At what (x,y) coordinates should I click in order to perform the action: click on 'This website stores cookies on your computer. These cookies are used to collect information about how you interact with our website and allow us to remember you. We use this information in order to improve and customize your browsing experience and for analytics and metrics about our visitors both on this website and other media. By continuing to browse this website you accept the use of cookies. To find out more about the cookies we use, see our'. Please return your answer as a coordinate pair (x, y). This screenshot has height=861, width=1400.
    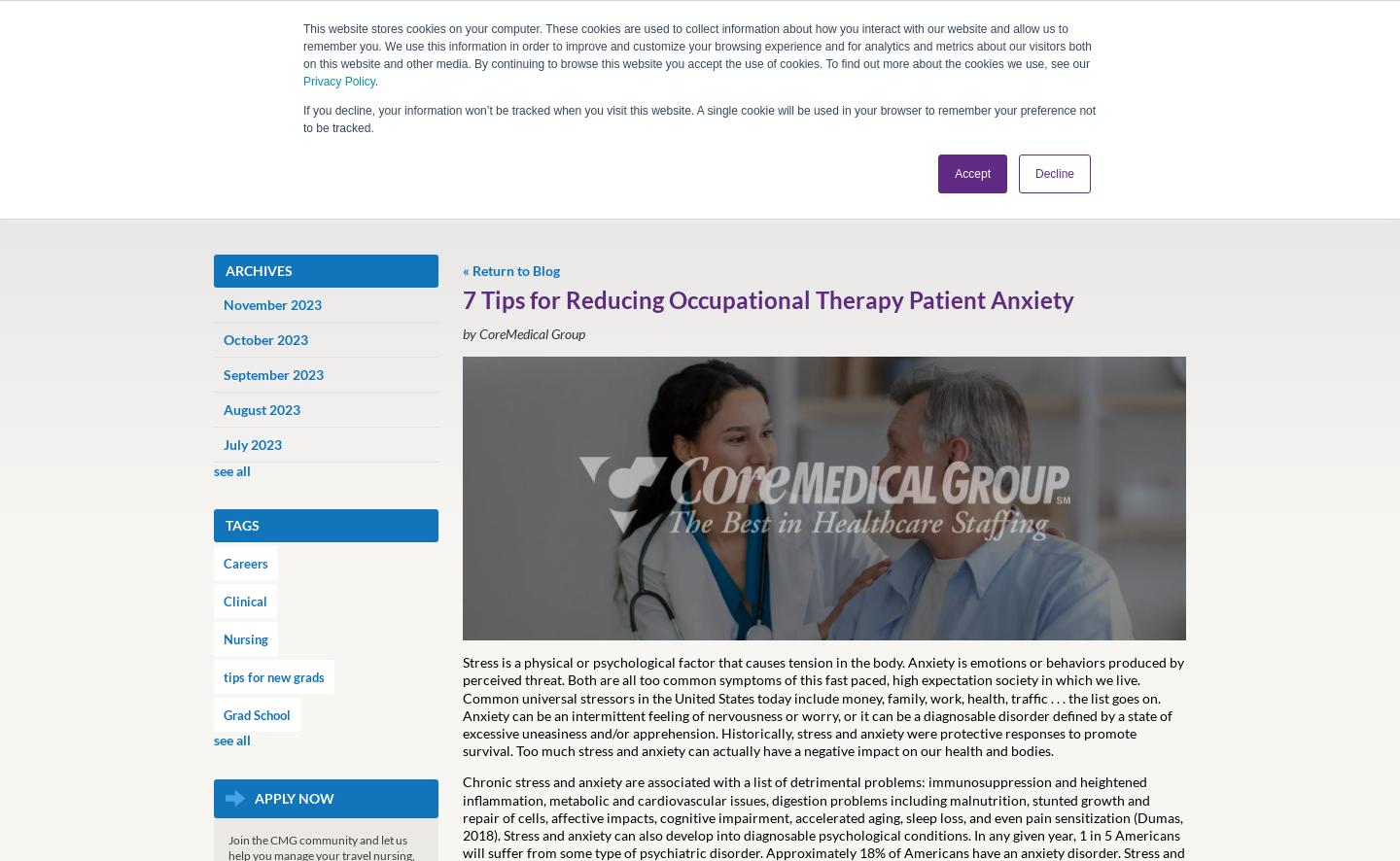
    Looking at the image, I should click on (696, 46).